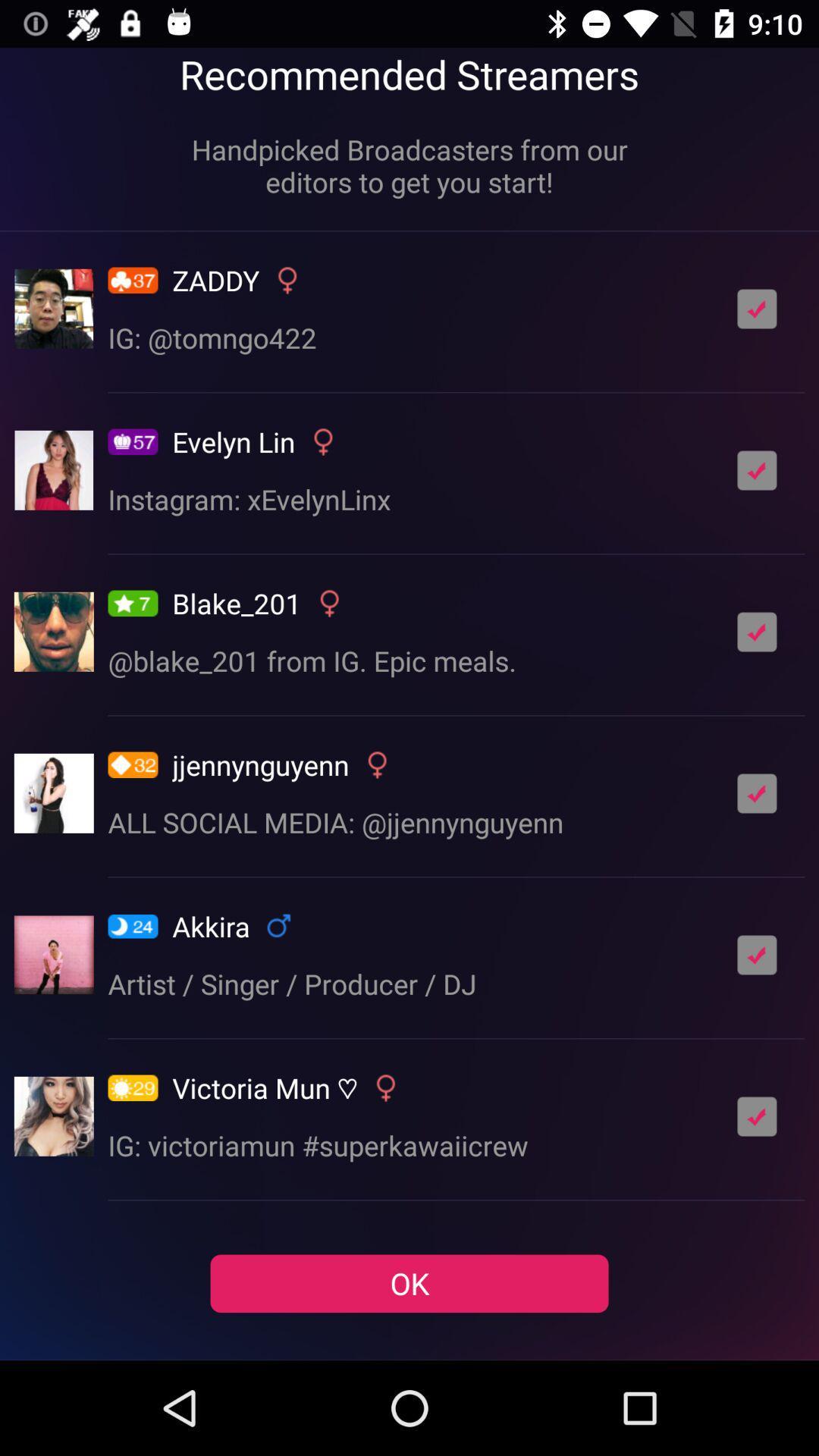 The image size is (819, 1456). Describe the element at coordinates (757, 469) in the screenshot. I see `add/follow streamers` at that location.